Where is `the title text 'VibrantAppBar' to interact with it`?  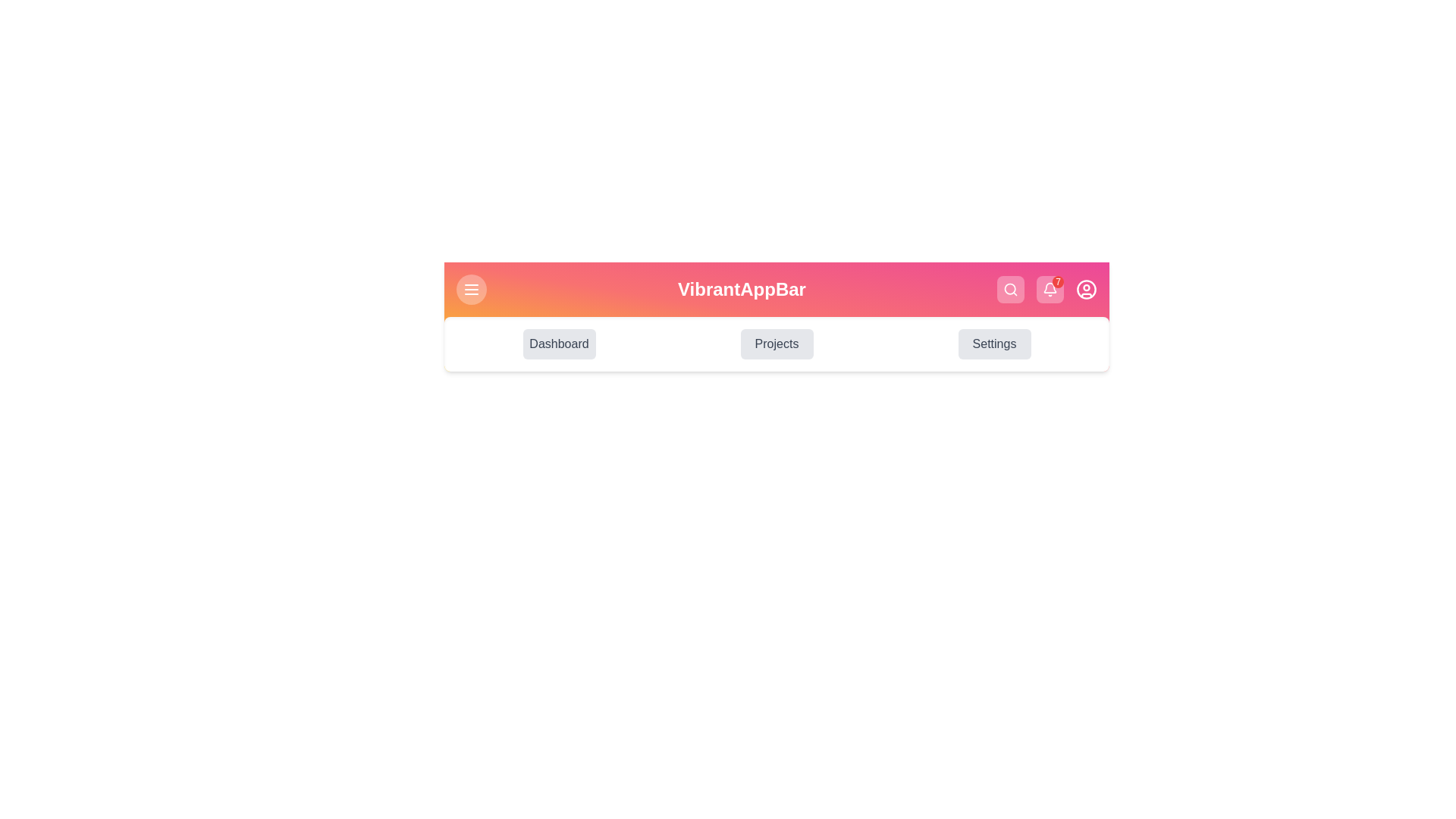 the title text 'VibrantAppBar' to interact with it is located at coordinates (742, 289).